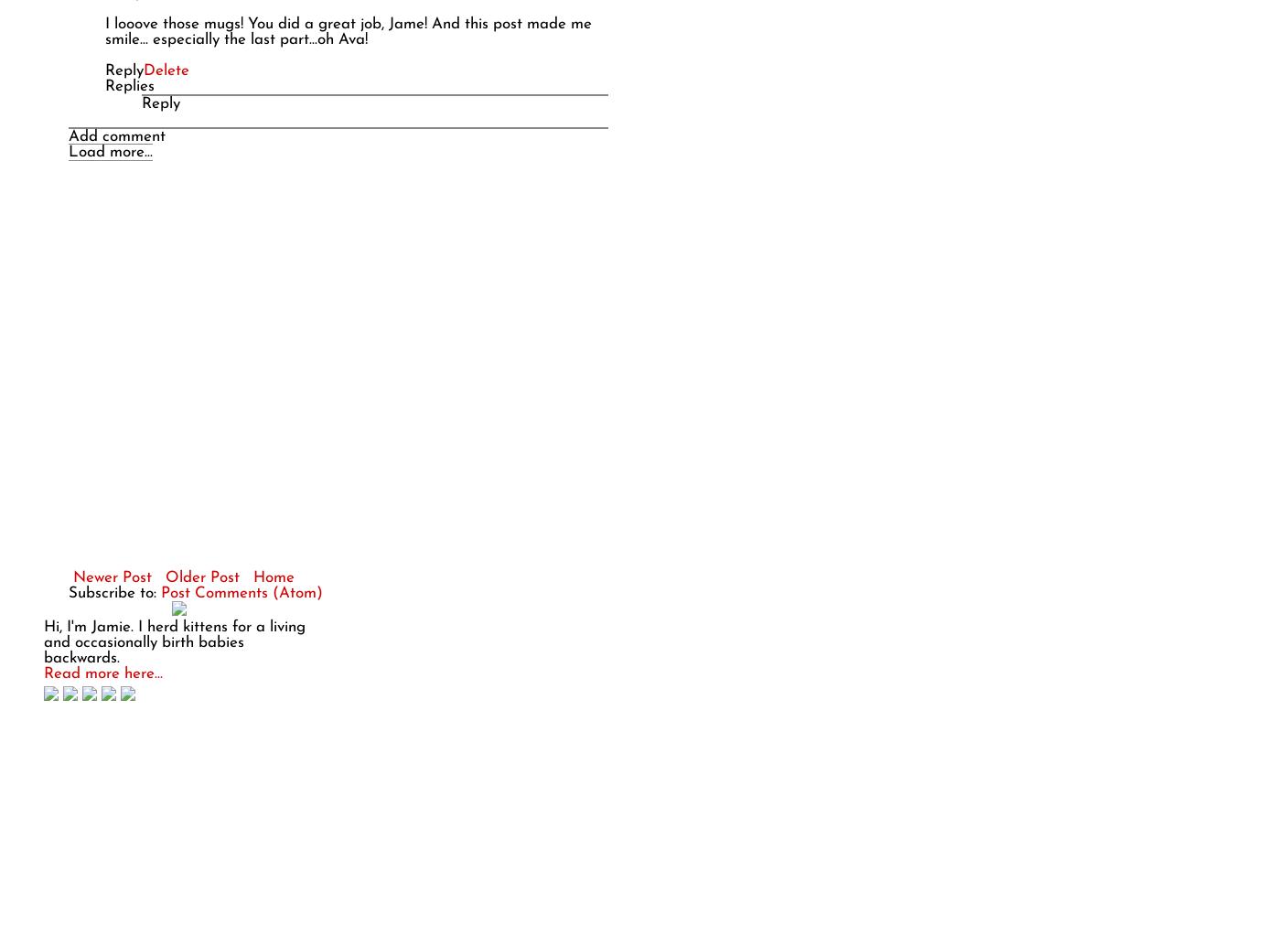 Image resolution: width=1288 pixels, height=926 pixels. What do you see at coordinates (201, 576) in the screenshot?
I see `'Older Post'` at bounding box center [201, 576].